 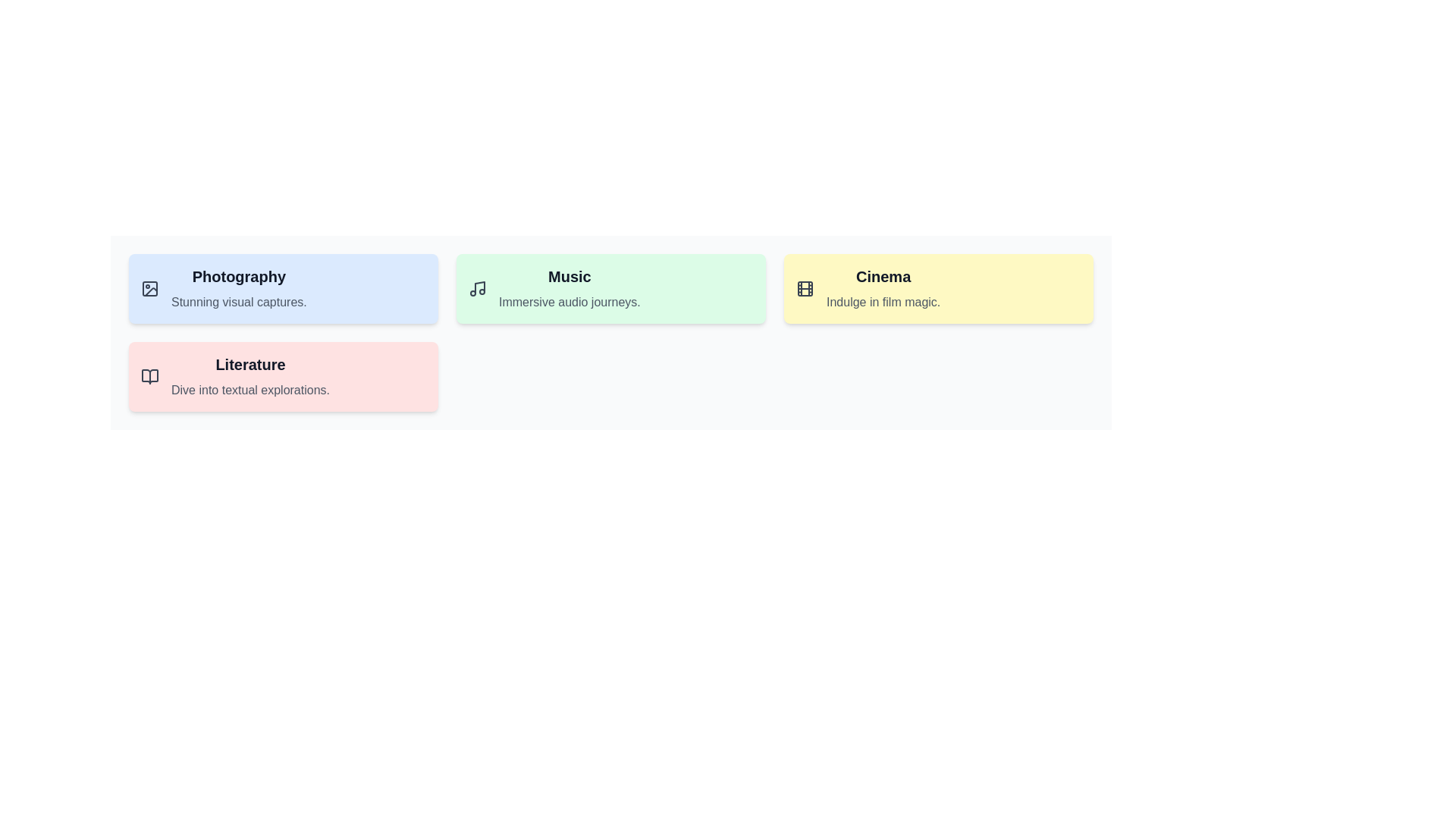 What do you see at coordinates (238, 277) in the screenshot?
I see `text label that says 'Photography', which is styled with an extra-large font size, bold formatting, and black color on a light blue background, located at the top-left corner of the card` at bounding box center [238, 277].